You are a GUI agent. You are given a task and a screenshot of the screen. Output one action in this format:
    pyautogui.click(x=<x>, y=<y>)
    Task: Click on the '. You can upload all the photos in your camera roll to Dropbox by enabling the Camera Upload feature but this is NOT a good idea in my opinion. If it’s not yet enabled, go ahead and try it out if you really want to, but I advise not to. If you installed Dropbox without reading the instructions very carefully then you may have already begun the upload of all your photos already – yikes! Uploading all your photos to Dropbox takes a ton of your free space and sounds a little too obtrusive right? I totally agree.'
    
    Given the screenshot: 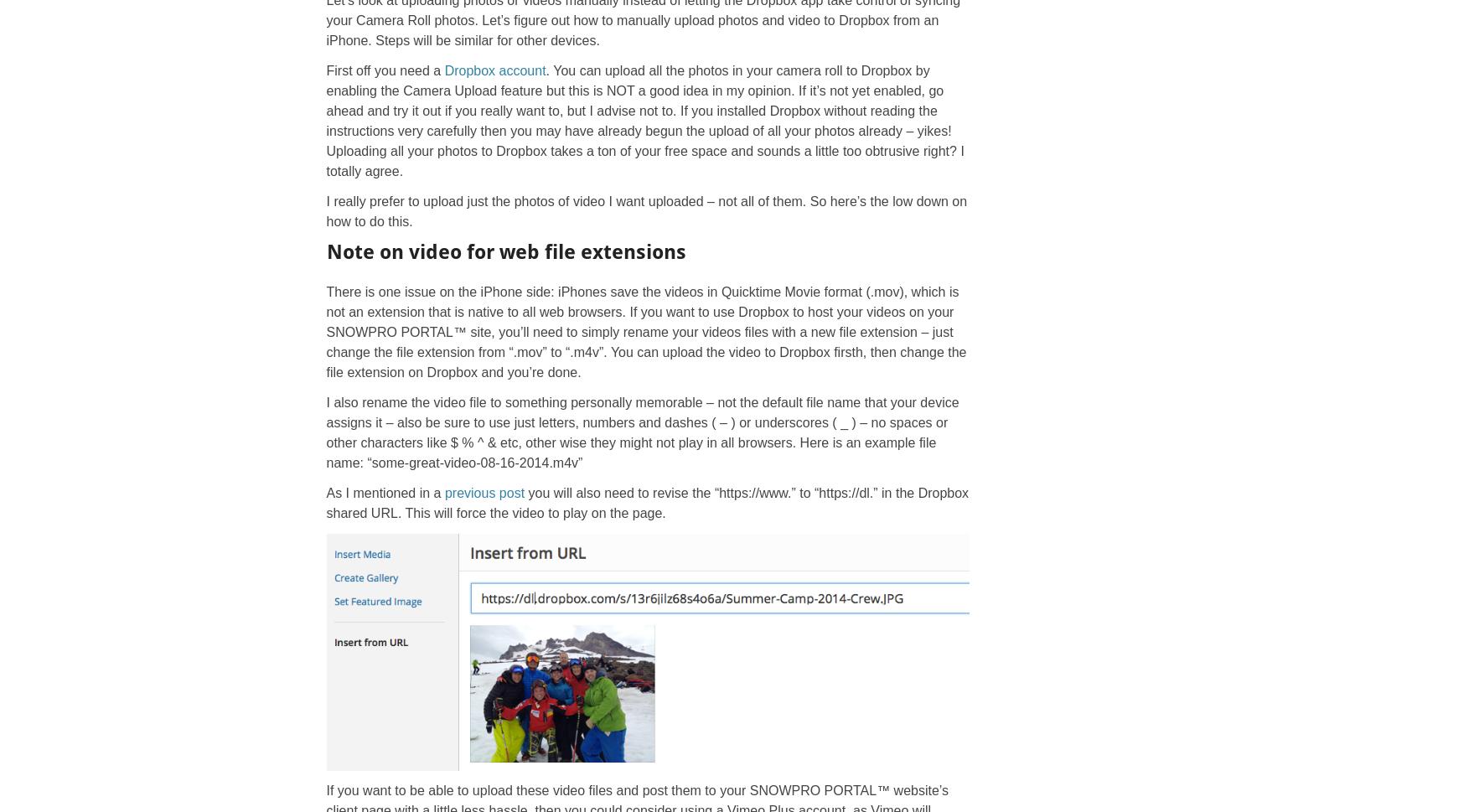 What is the action you would take?
    pyautogui.click(x=644, y=120)
    